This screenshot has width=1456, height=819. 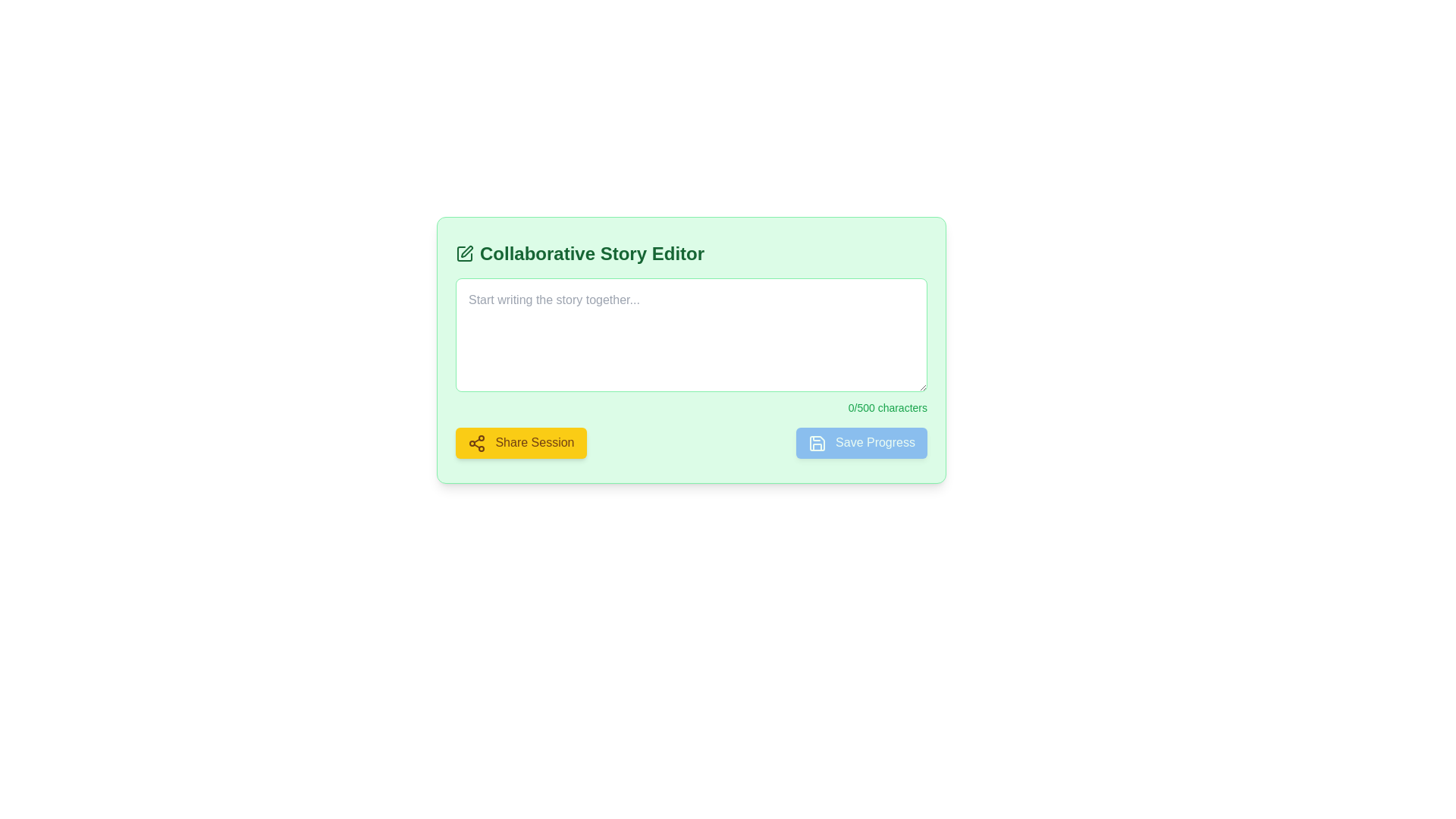 I want to click on the editing tool icon represented by a pen, located at the top-left corner of the interface within an icon group, so click(x=466, y=250).